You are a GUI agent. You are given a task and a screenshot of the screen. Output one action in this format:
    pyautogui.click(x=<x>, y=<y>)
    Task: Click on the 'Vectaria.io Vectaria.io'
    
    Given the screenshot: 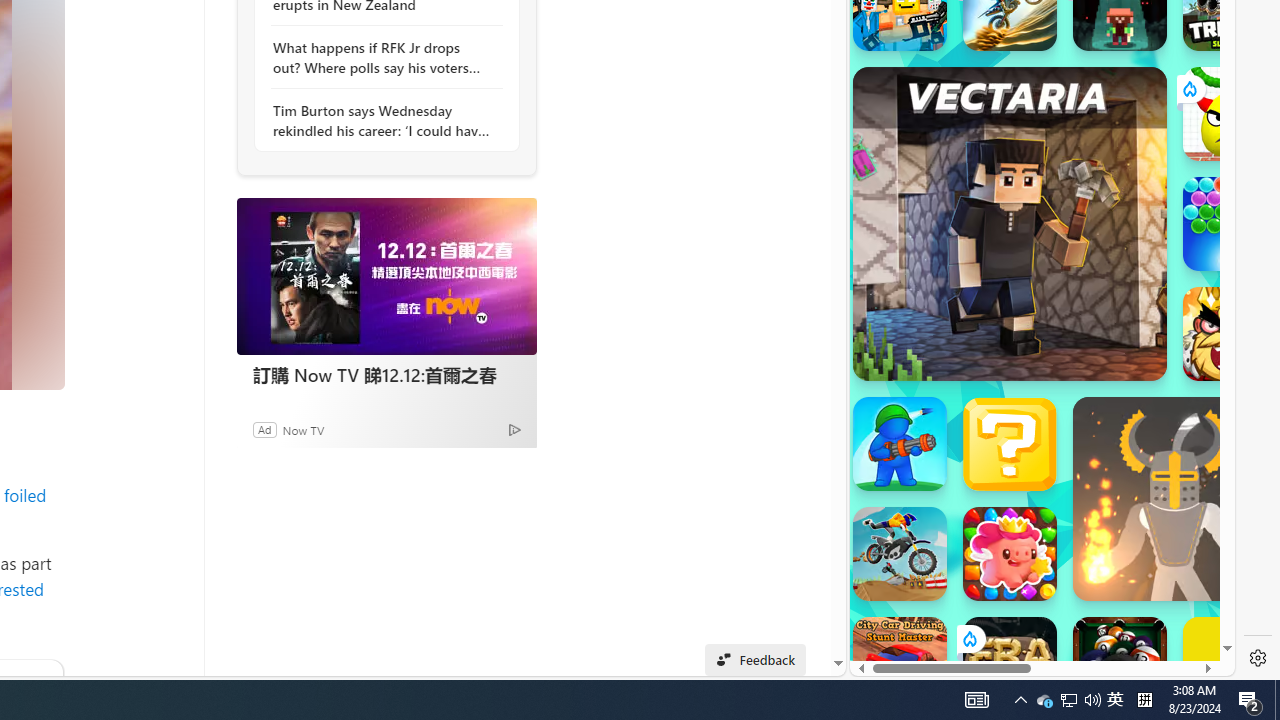 What is the action you would take?
    pyautogui.click(x=1009, y=223)
    